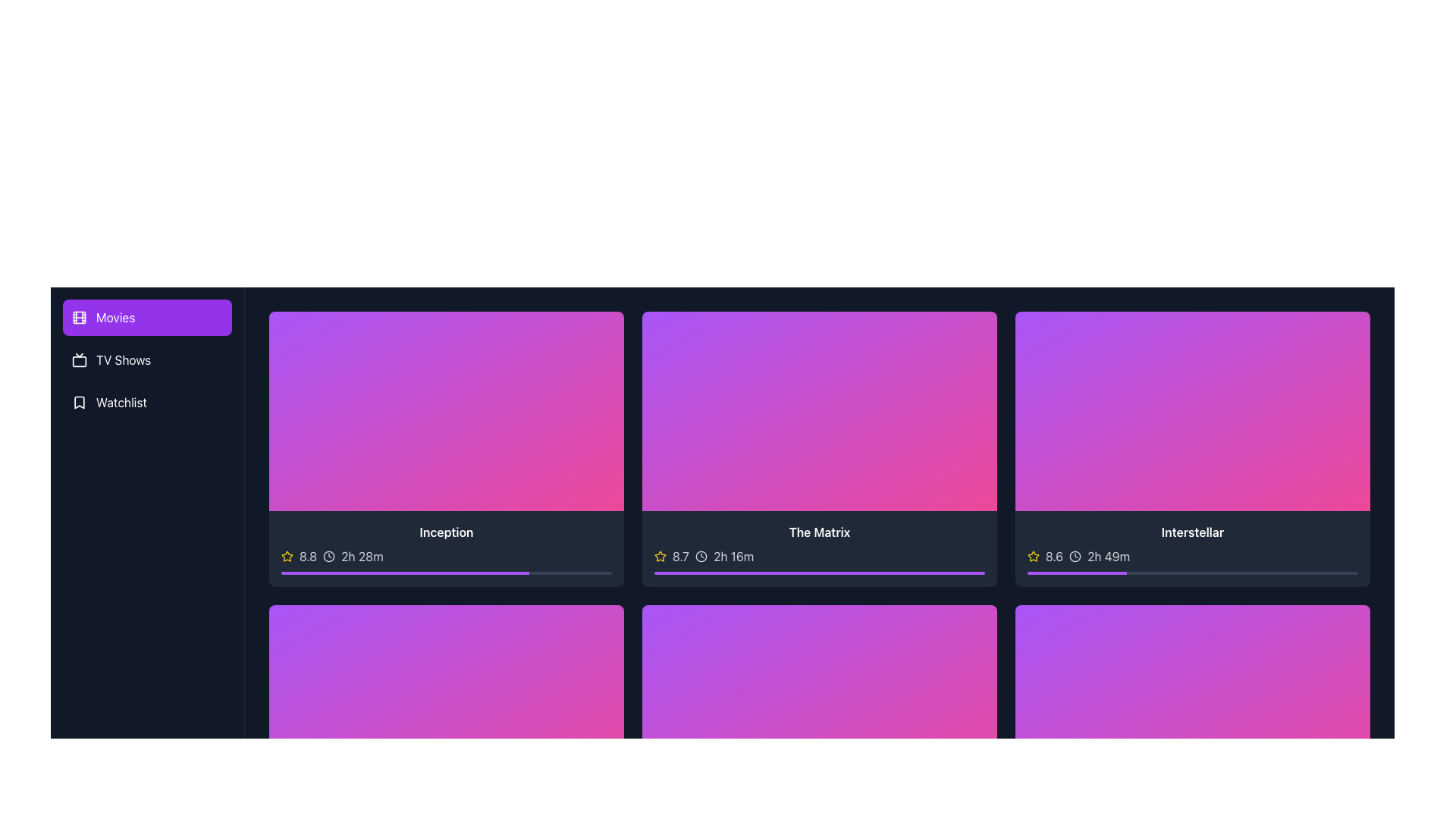  What do you see at coordinates (701, 557) in the screenshot?
I see `the circular base of the clock icon representing the duration of the movie 'The Matrix' in the second panel on the top row of the grid` at bounding box center [701, 557].